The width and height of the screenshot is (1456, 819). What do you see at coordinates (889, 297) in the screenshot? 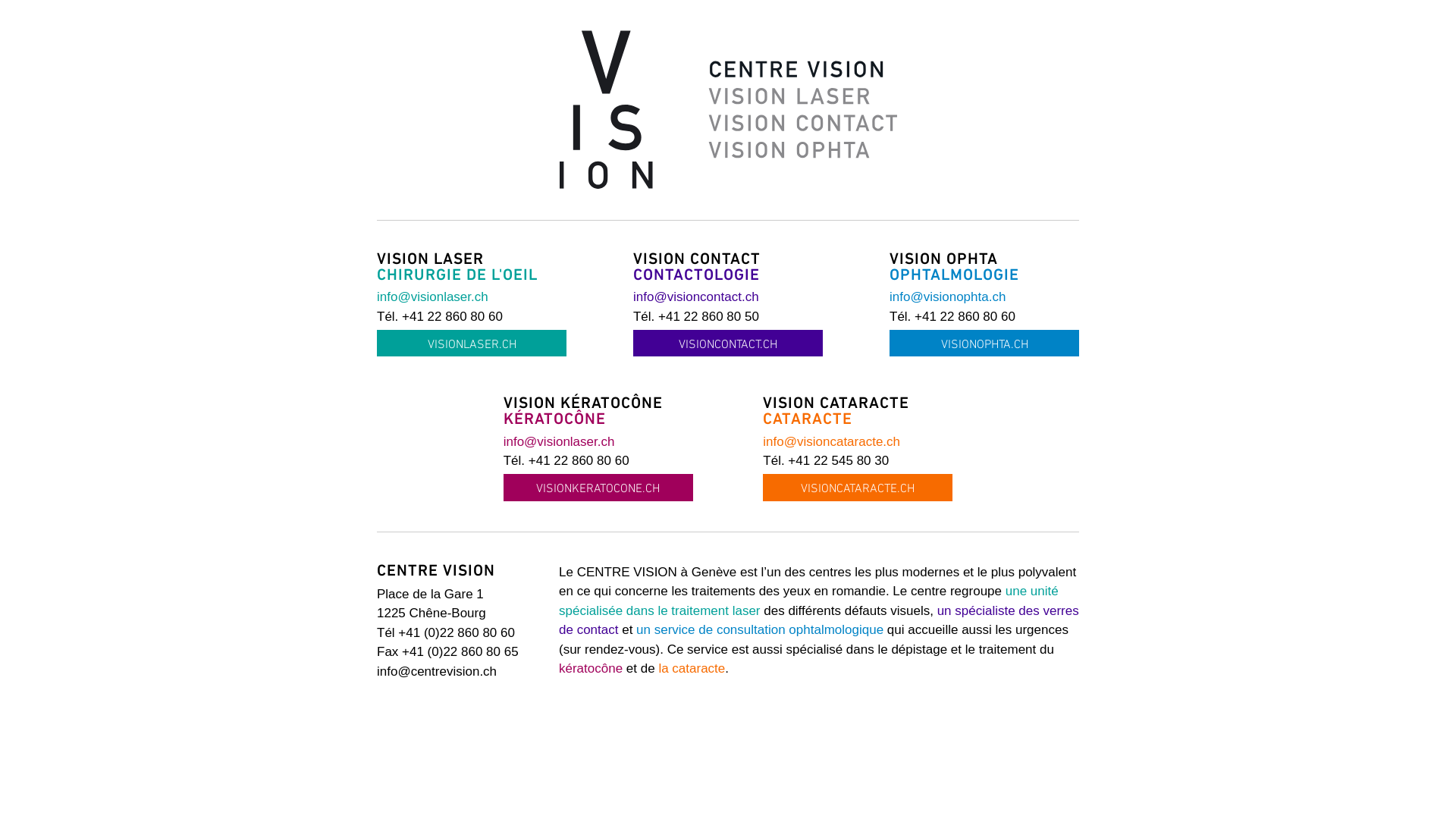
I see `'info@visionophta.ch'` at bounding box center [889, 297].